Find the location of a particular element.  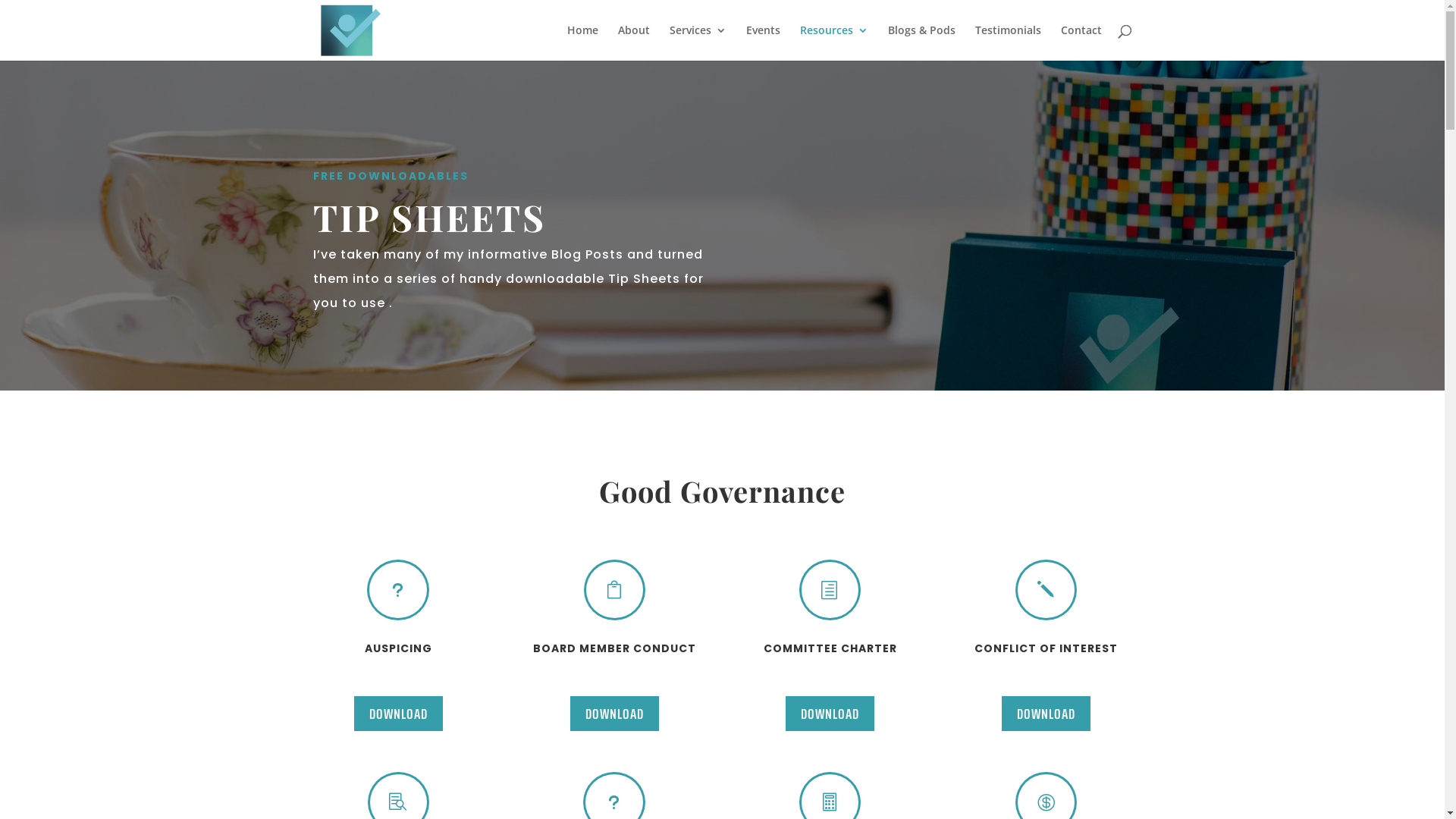

'About' is located at coordinates (633, 42).